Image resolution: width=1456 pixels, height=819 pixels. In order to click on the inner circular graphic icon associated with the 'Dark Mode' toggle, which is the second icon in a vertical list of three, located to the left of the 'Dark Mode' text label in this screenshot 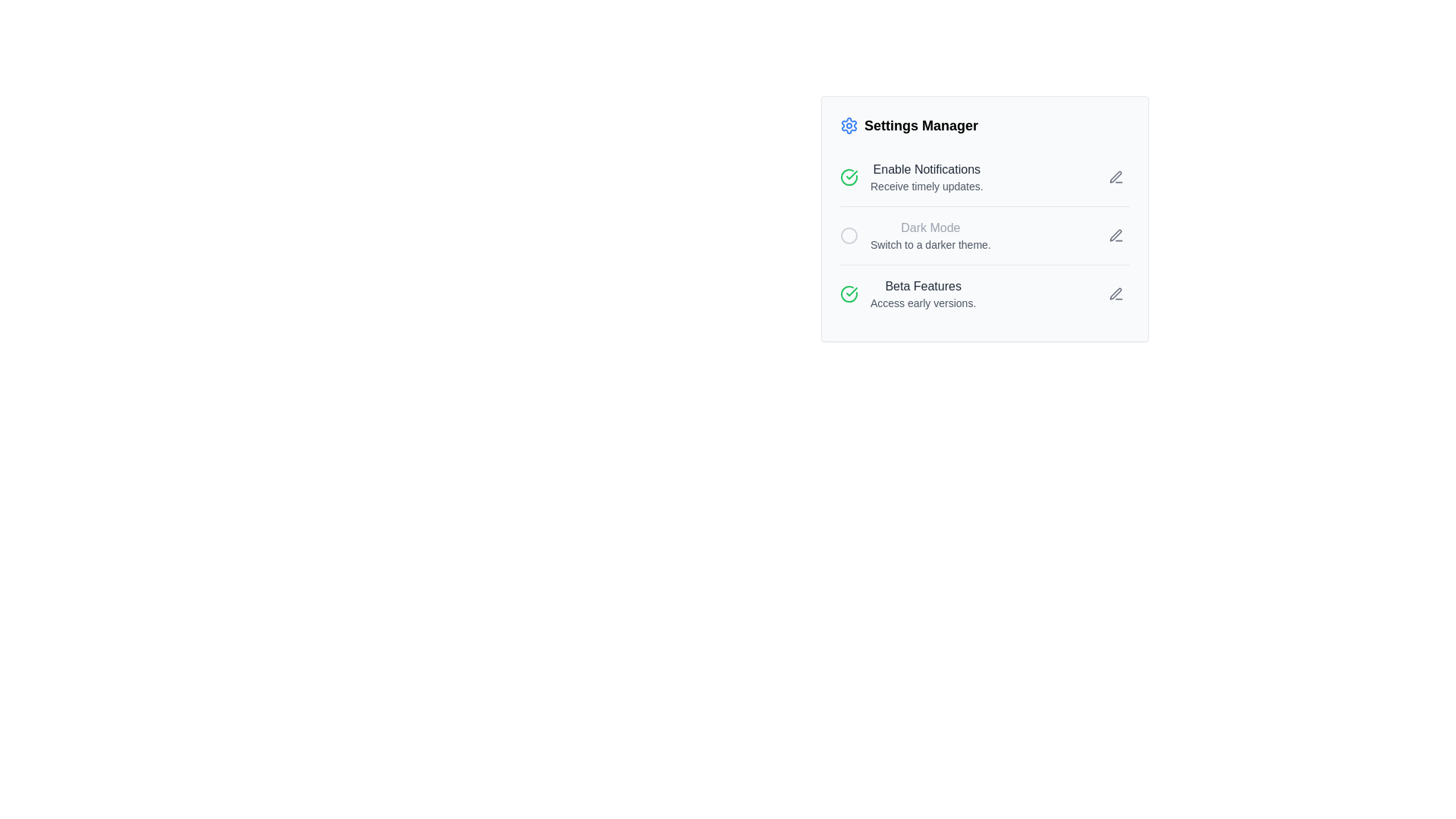, I will do `click(848, 236)`.